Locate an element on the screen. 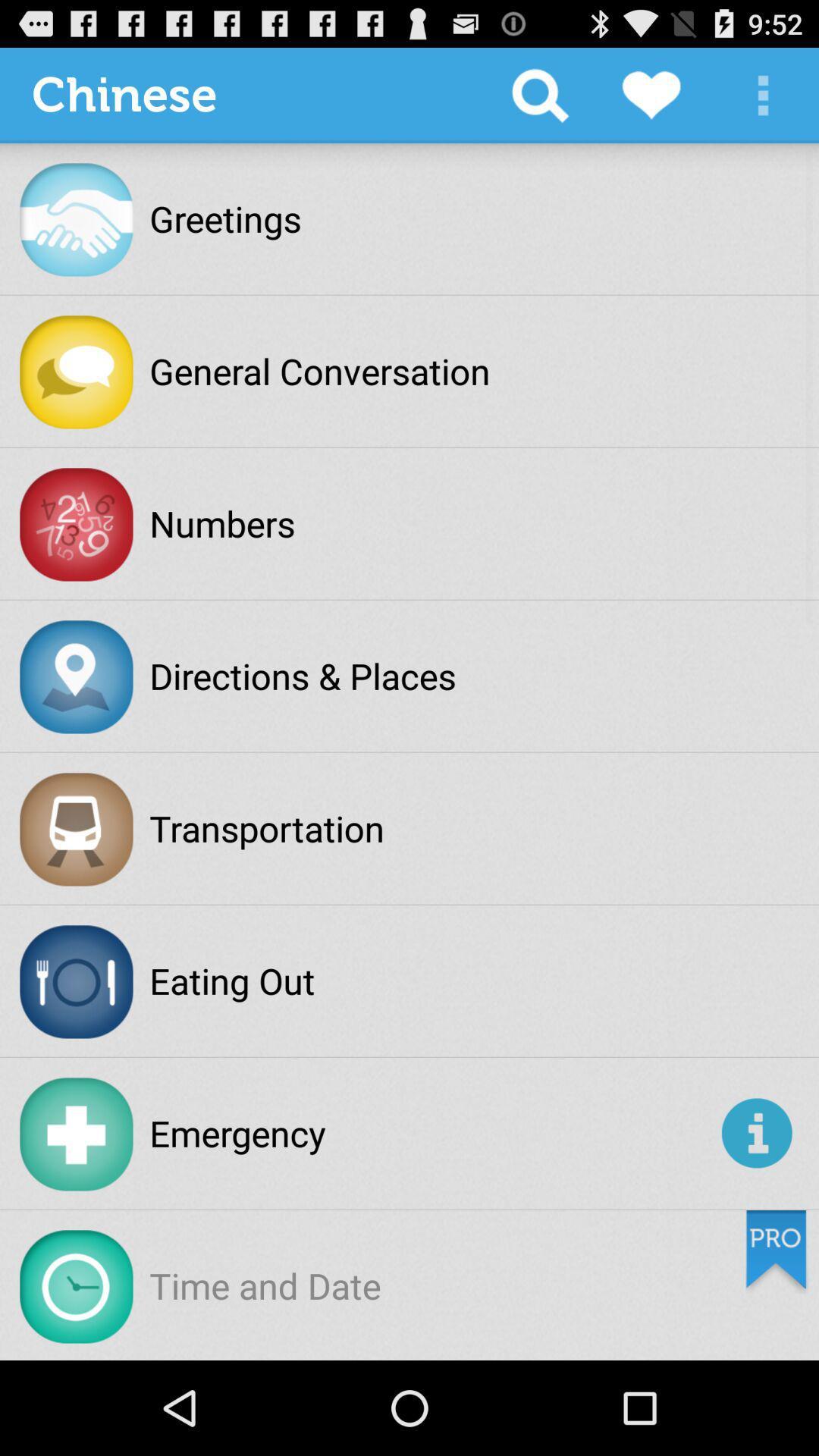 This screenshot has height=1456, width=819. the emergency is located at coordinates (432, 1133).